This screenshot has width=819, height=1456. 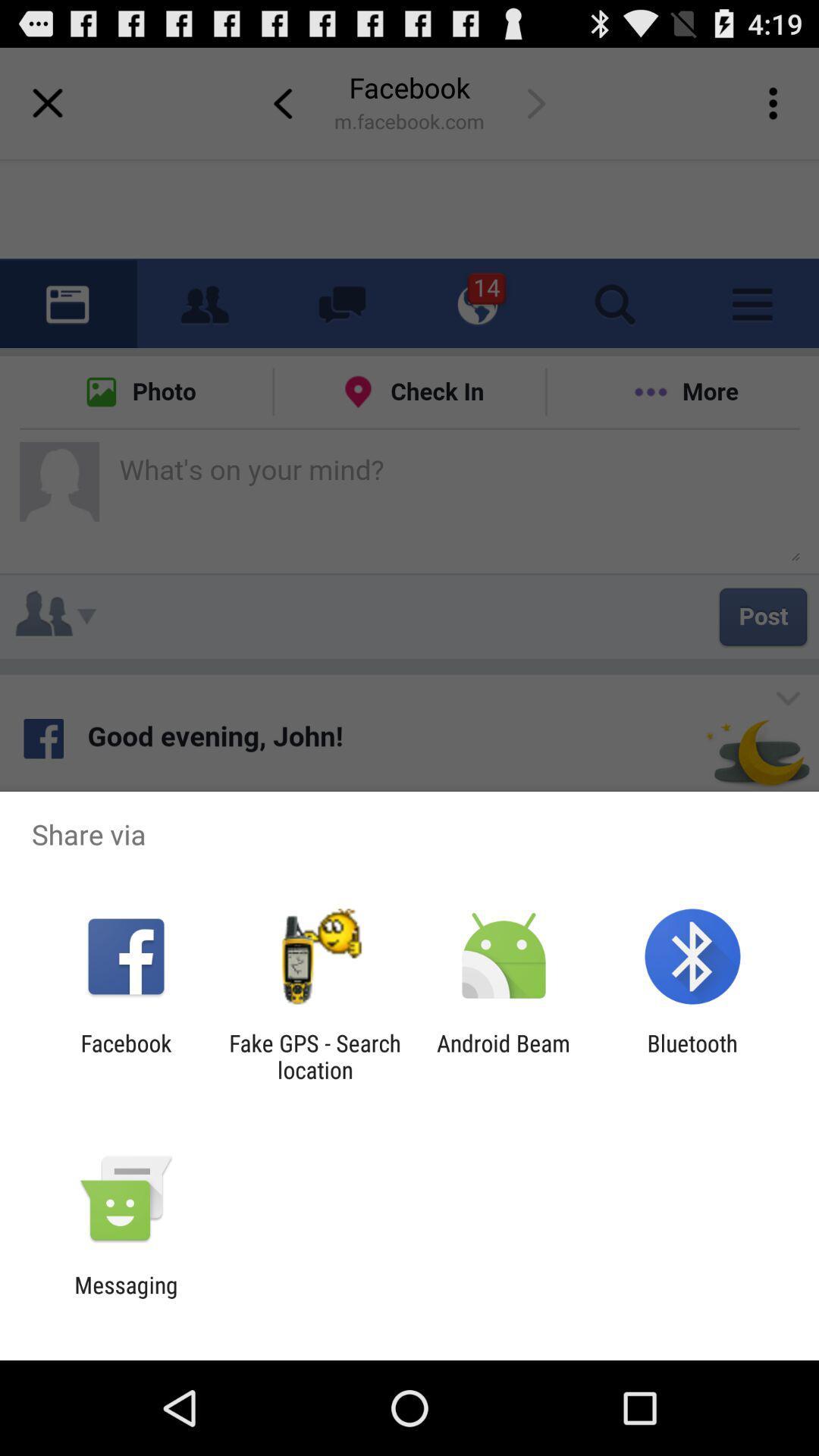 What do you see at coordinates (504, 1056) in the screenshot?
I see `item to the right of fake gps search app` at bounding box center [504, 1056].